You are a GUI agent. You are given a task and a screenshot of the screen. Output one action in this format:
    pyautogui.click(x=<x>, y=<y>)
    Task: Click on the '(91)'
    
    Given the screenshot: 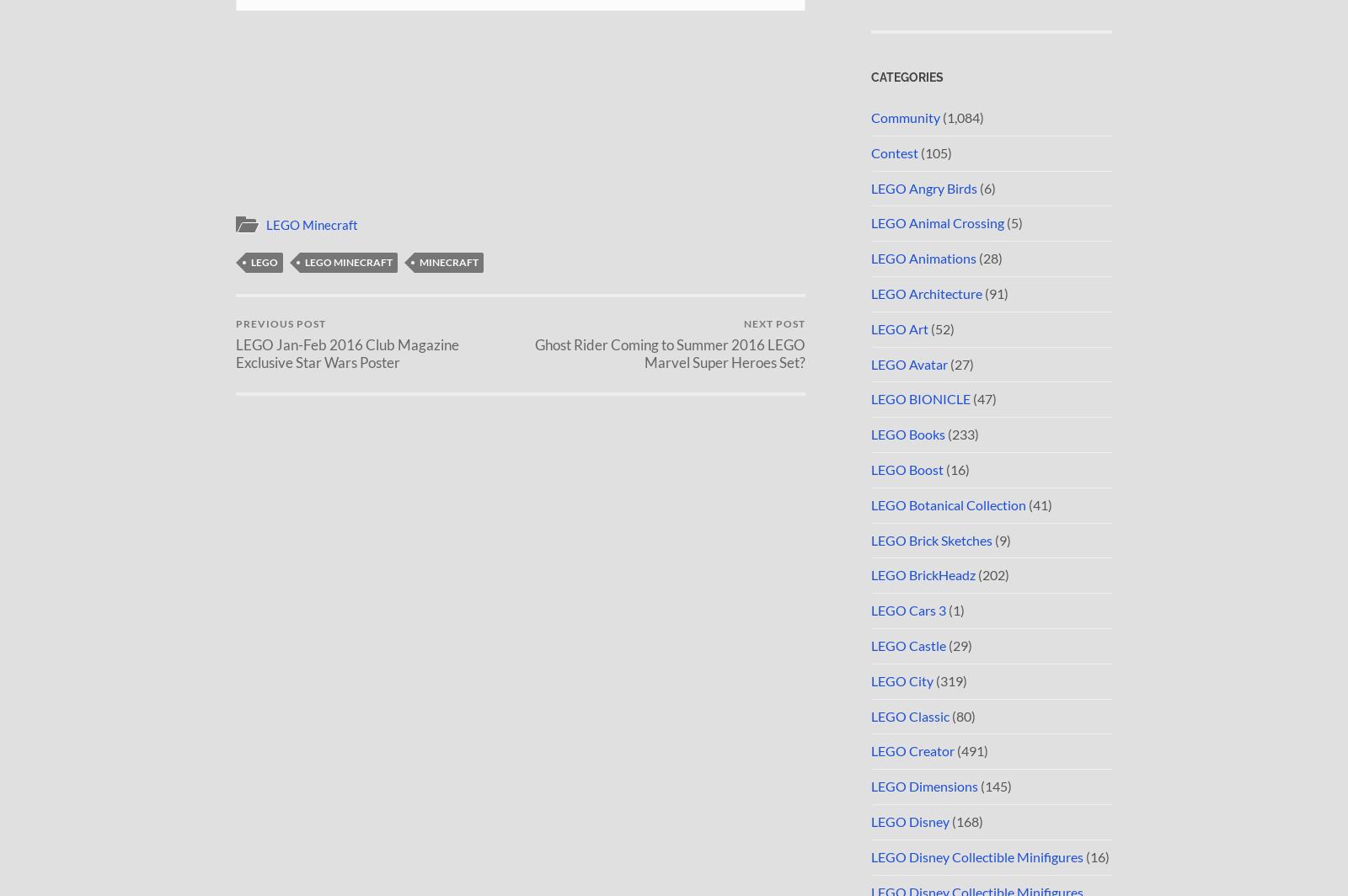 What is the action you would take?
    pyautogui.click(x=995, y=292)
    